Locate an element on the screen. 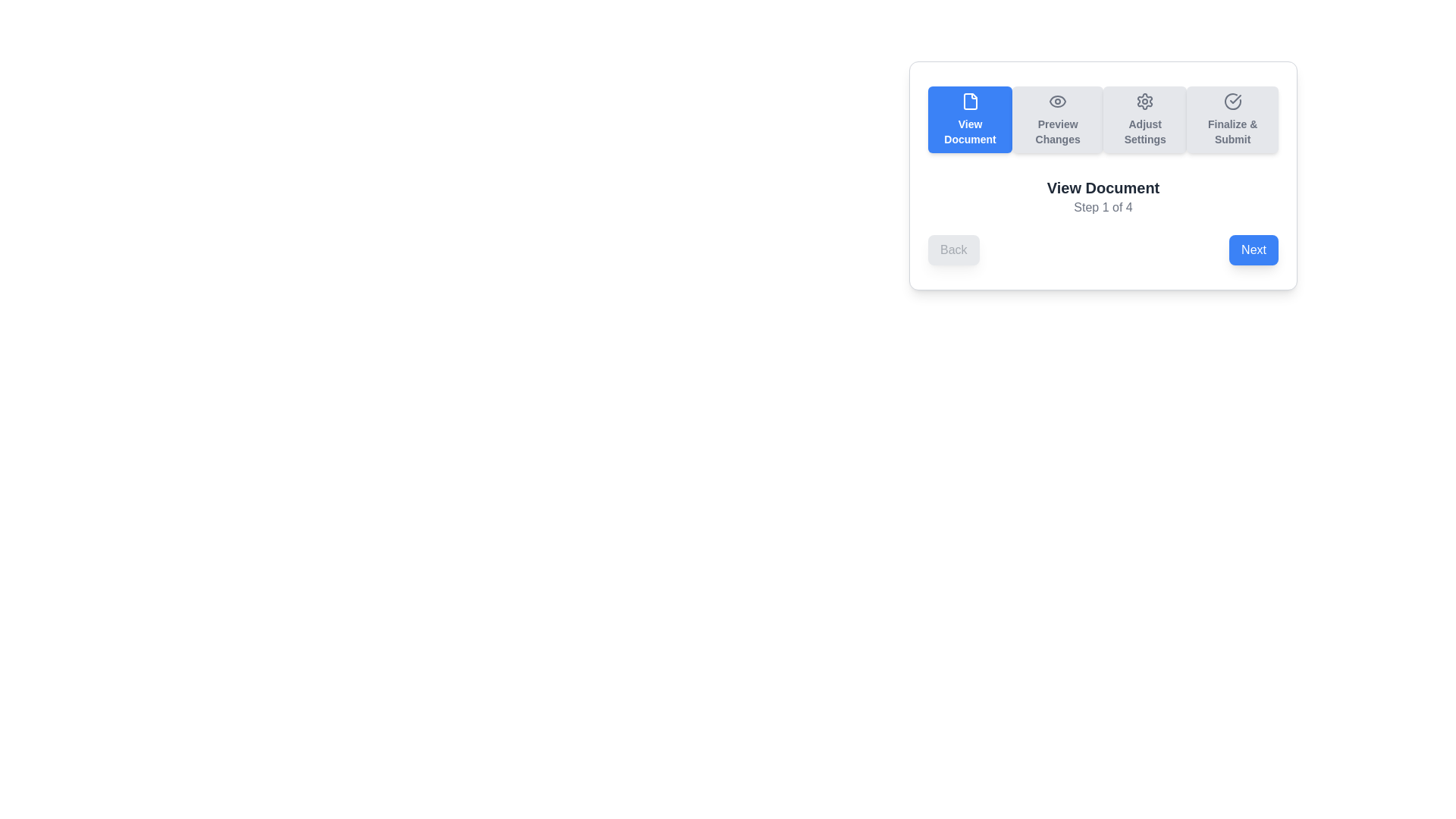  the button corresponding to Adjust Settings is located at coordinates (1145, 119).